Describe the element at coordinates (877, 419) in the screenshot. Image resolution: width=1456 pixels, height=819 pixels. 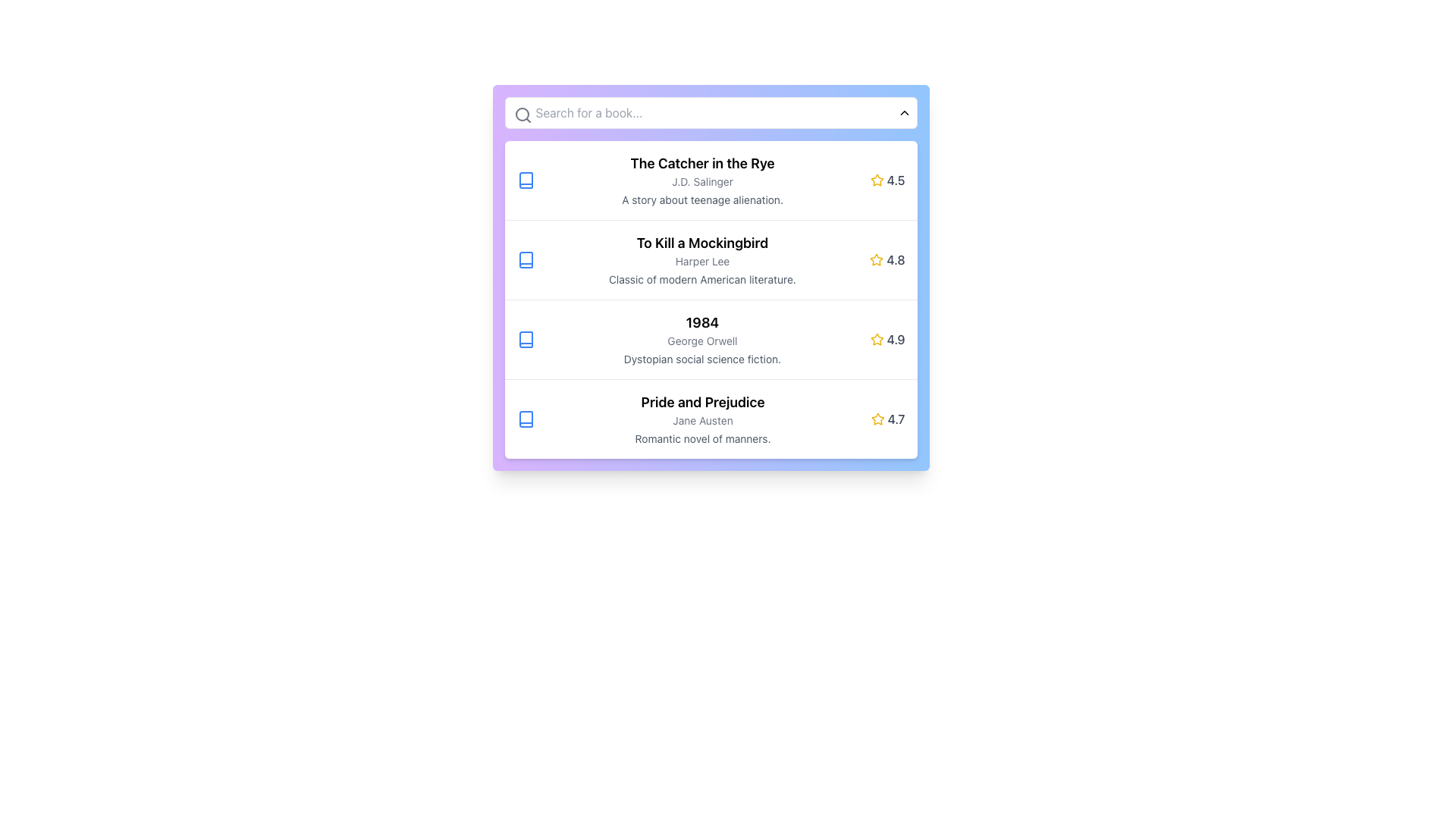
I see `the yellow star icon with a hollow interior, outlined in a bold stroke, located next to the score text '4.7'` at that location.